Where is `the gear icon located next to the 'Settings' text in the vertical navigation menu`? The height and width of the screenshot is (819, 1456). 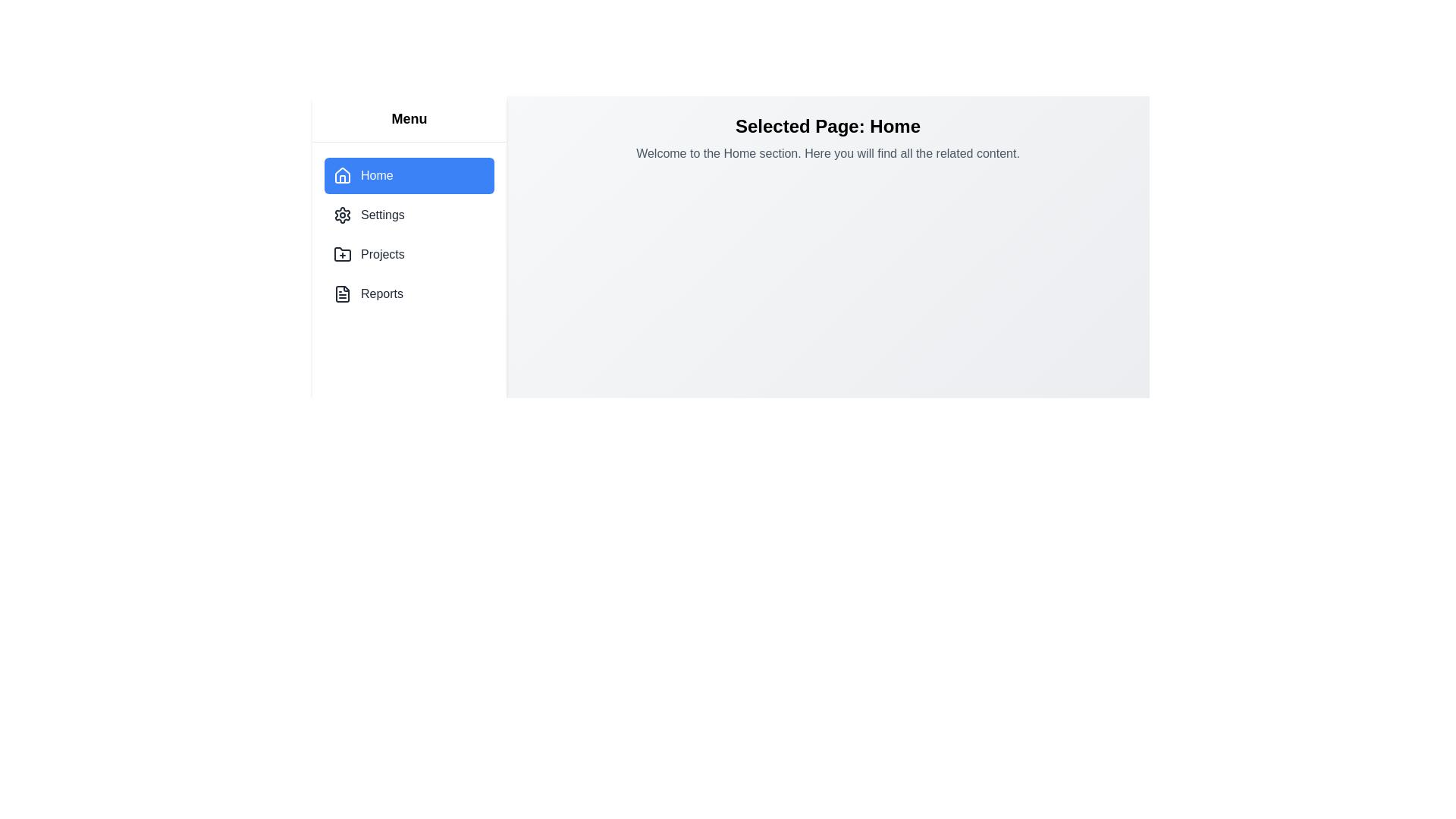 the gear icon located next to the 'Settings' text in the vertical navigation menu is located at coordinates (341, 215).